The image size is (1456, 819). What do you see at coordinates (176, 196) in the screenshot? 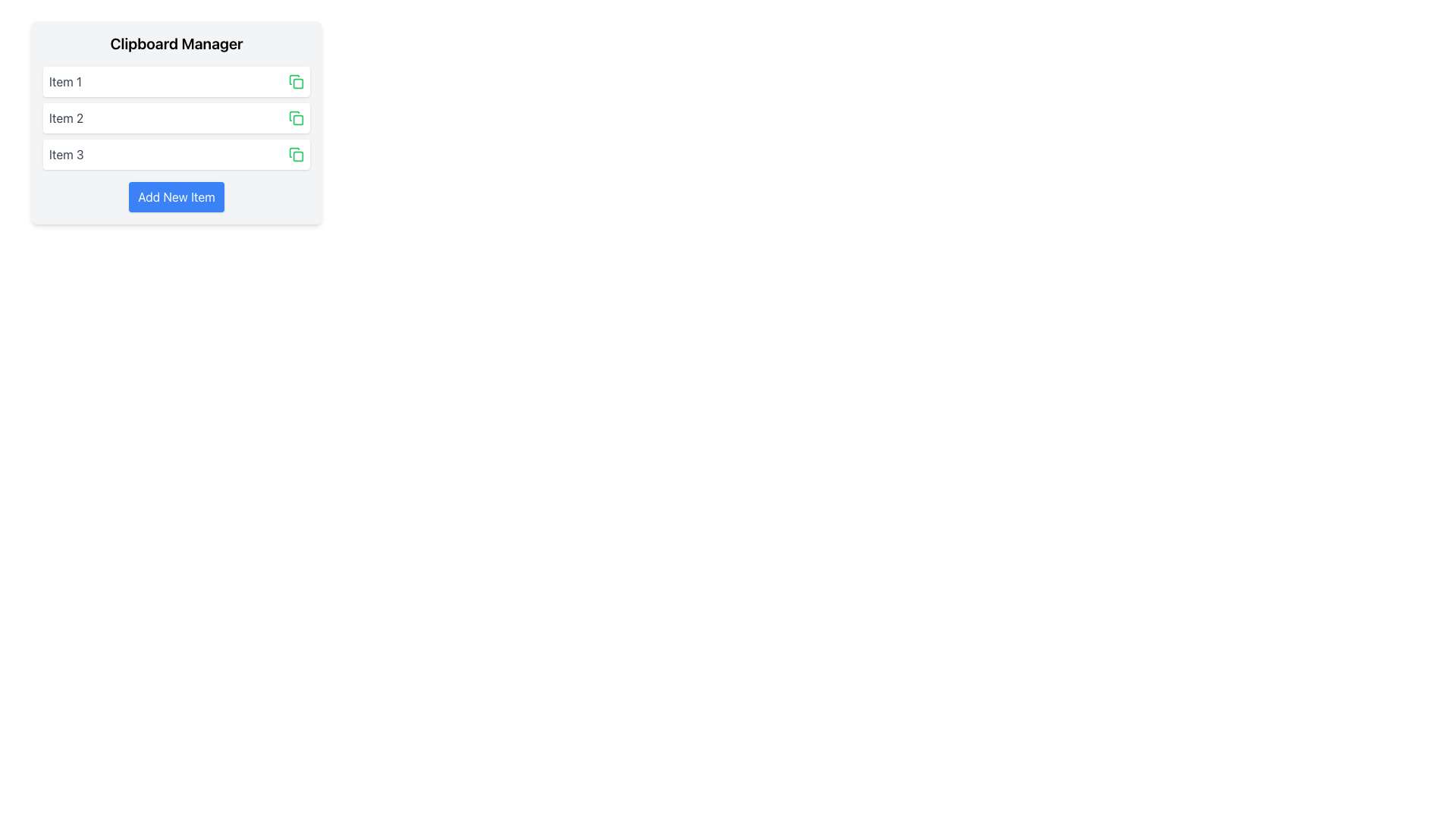
I see `the 'Add New Item' button located at the bottom center of the 'Clipboard Manager' panel to initiate adding a new item` at bounding box center [176, 196].